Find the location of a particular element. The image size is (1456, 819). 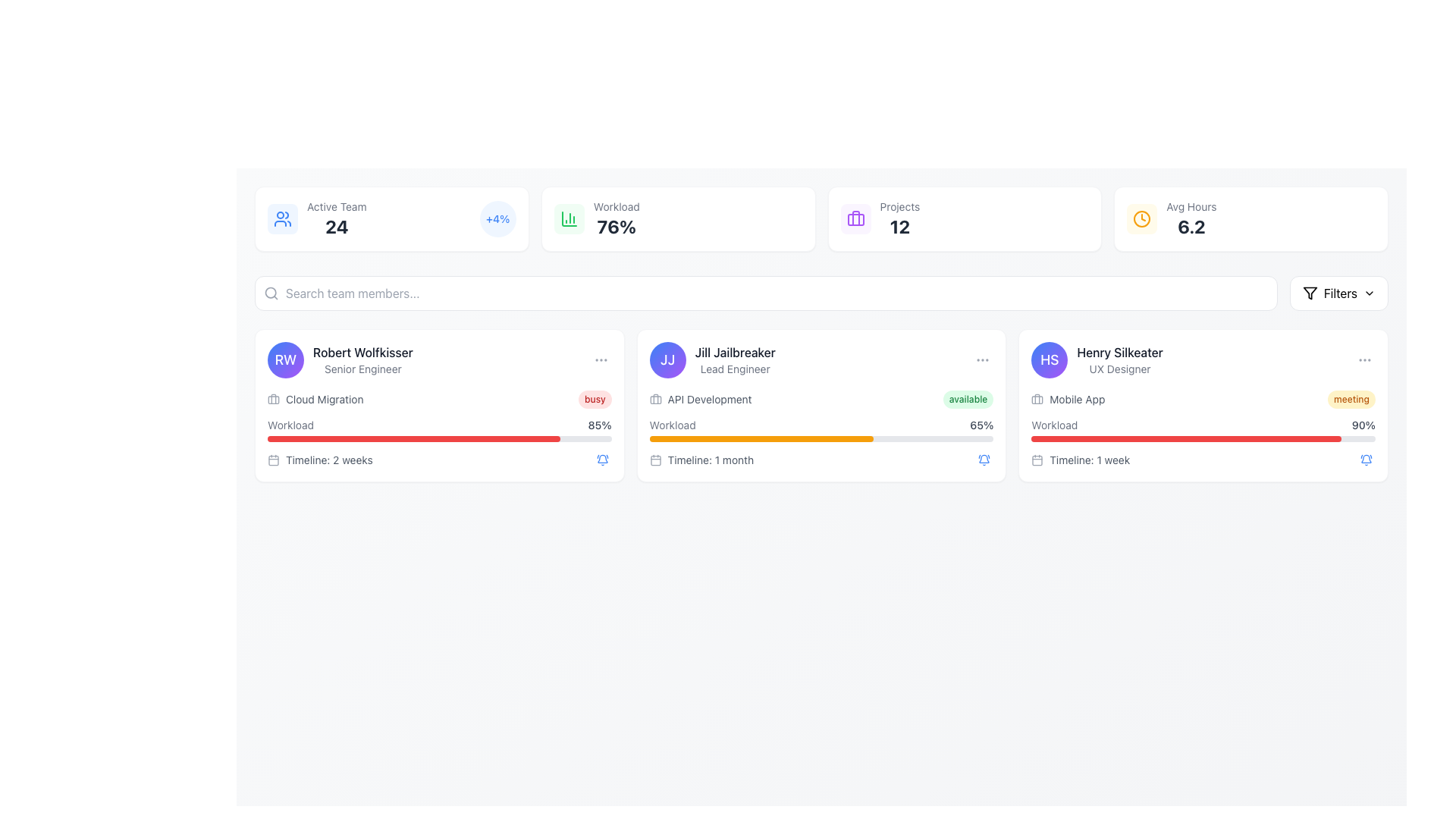

static text label displaying 'Avg Hours' which is styled in gray and positioned above the numerical value '6.2' is located at coordinates (1191, 207).